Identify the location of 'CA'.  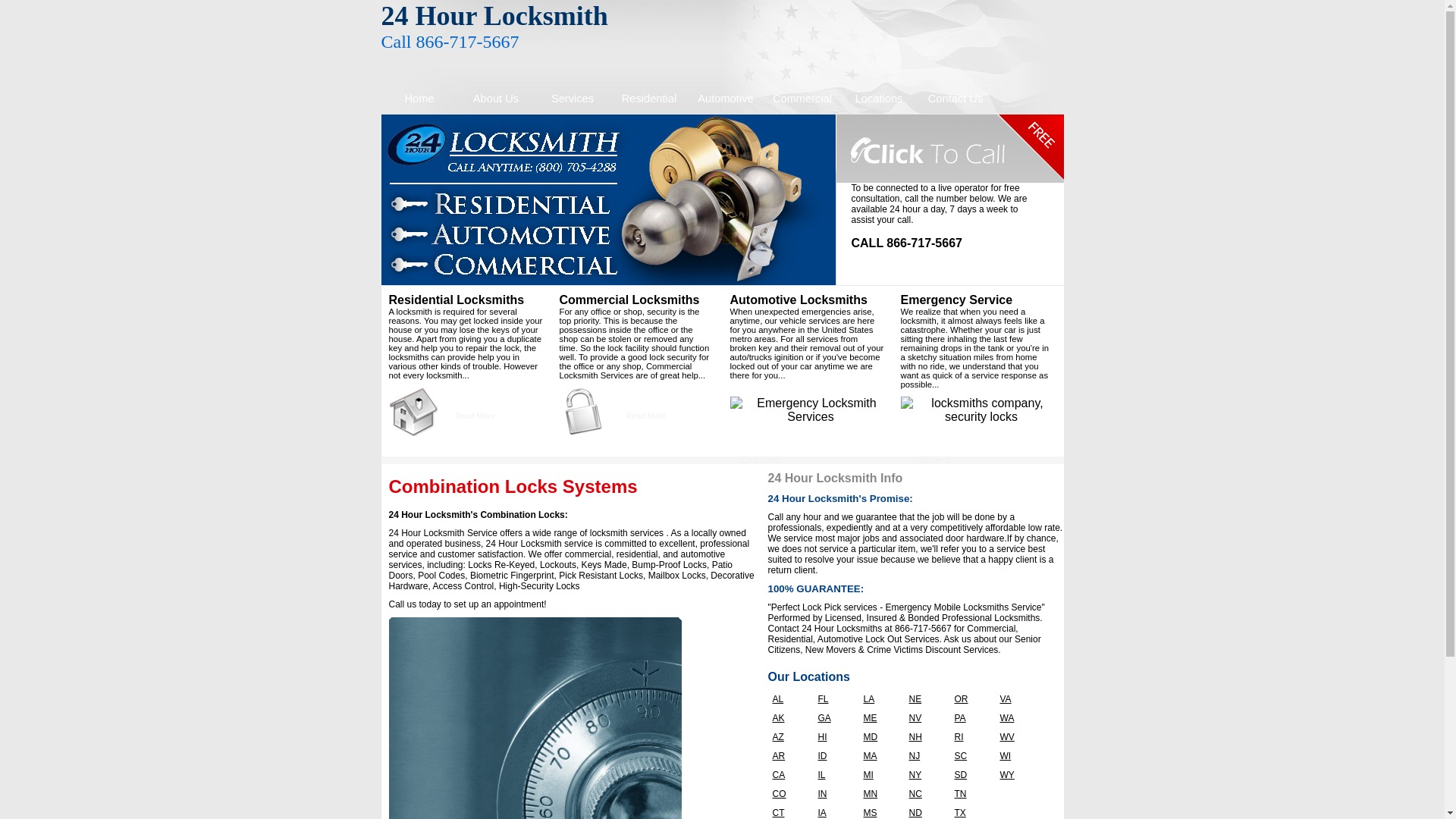
(788, 775).